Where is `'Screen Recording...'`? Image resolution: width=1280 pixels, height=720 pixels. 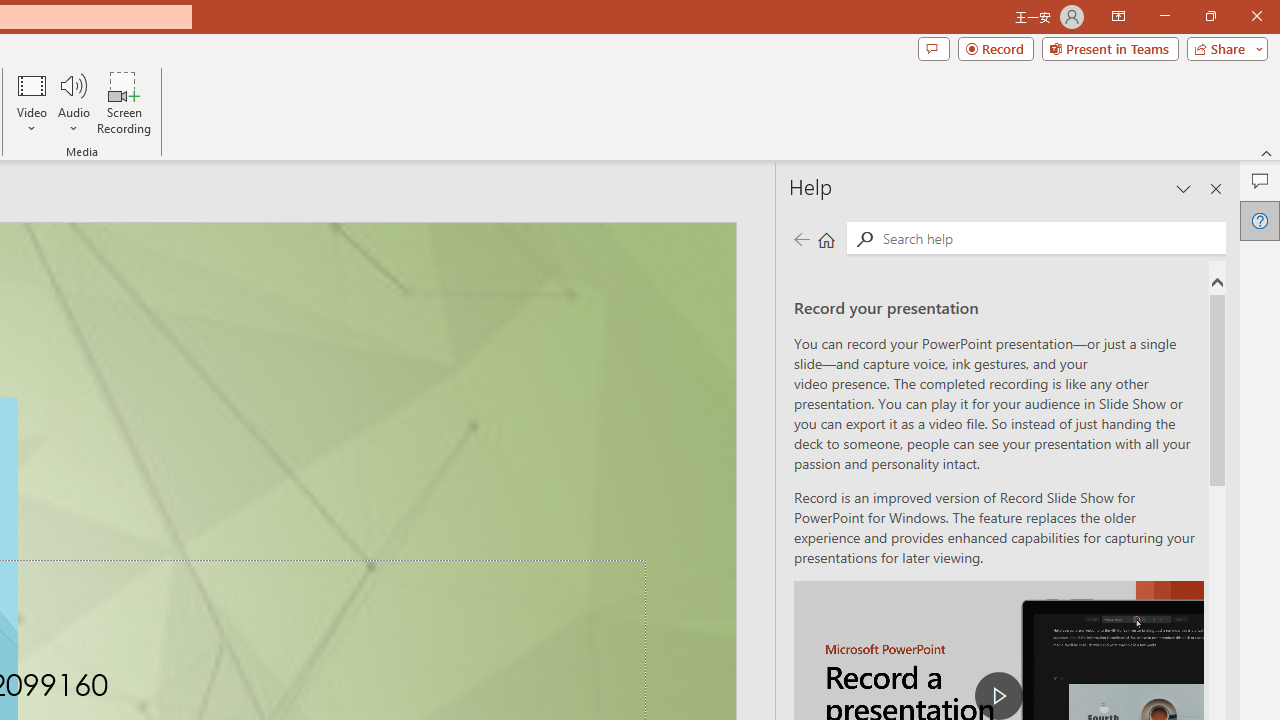 'Screen Recording...' is located at coordinates (123, 103).